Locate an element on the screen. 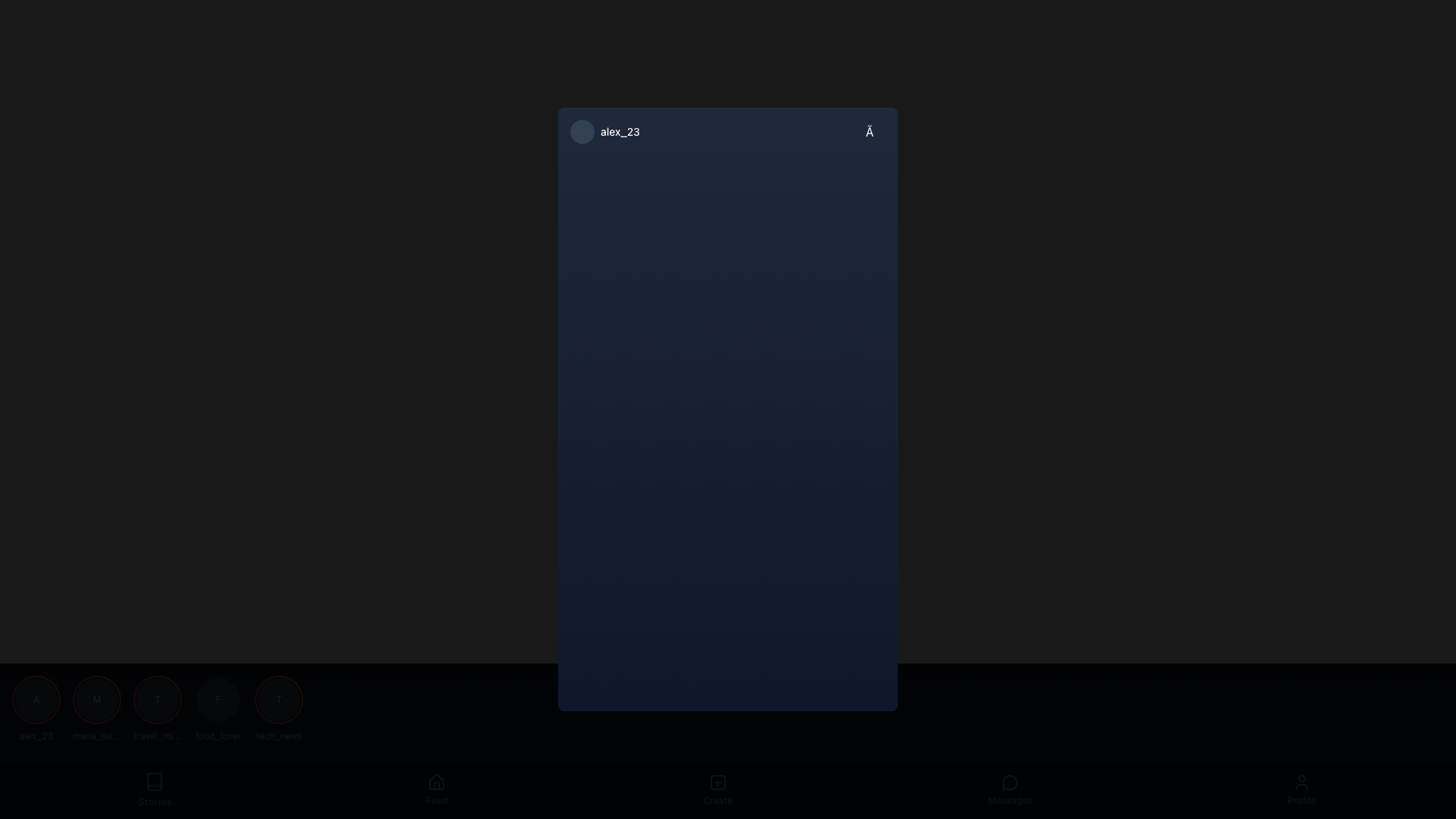  the fifth circular button from the left, which has a gradient outline from pink to yellow and a black background with the letter 'T' in white is located at coordinates (279, 699).